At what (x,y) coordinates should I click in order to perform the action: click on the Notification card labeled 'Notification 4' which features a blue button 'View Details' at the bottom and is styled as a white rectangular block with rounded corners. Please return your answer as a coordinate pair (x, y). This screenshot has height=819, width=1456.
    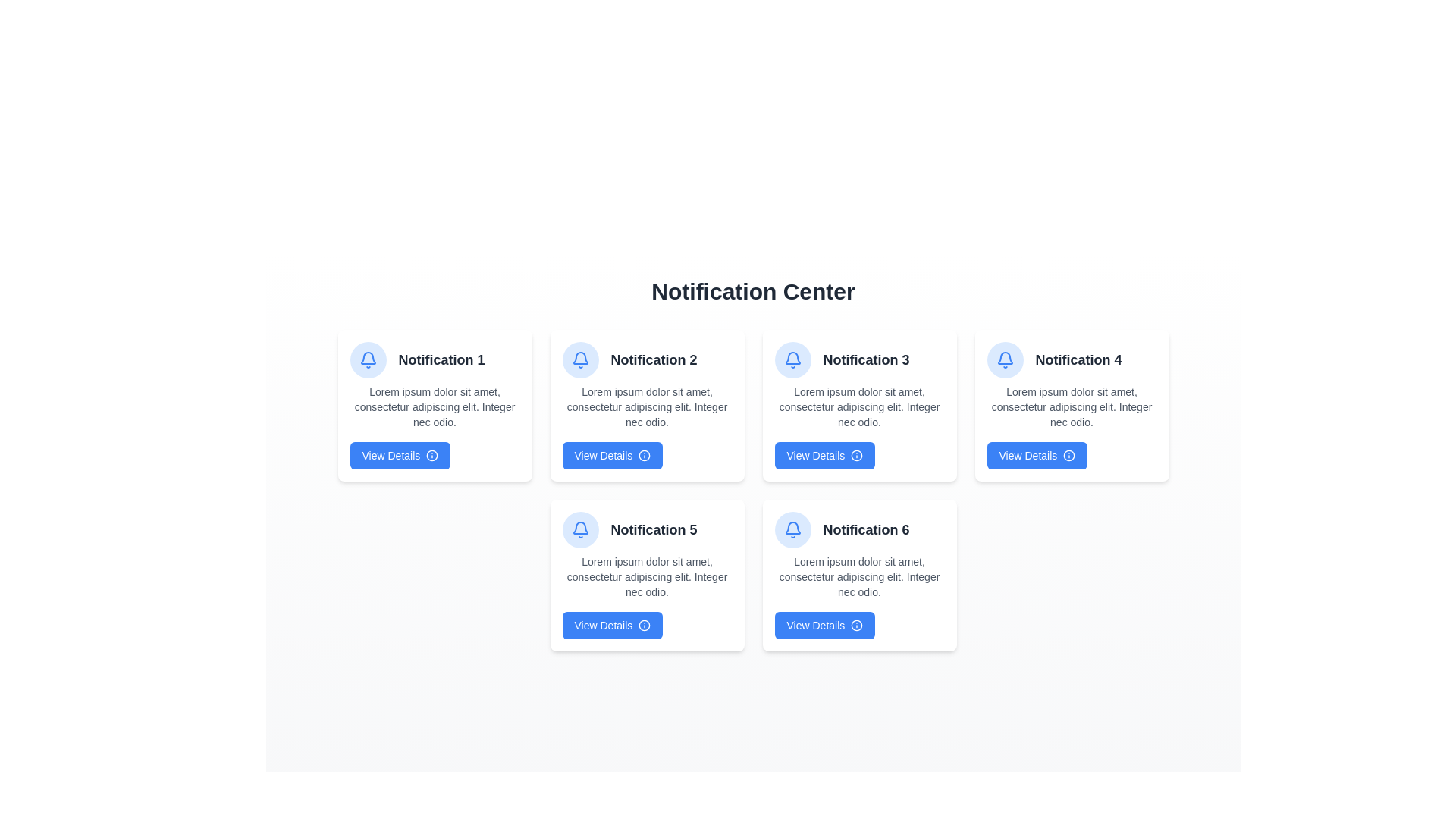
    Looking at the image, I should click on (1071, 405).